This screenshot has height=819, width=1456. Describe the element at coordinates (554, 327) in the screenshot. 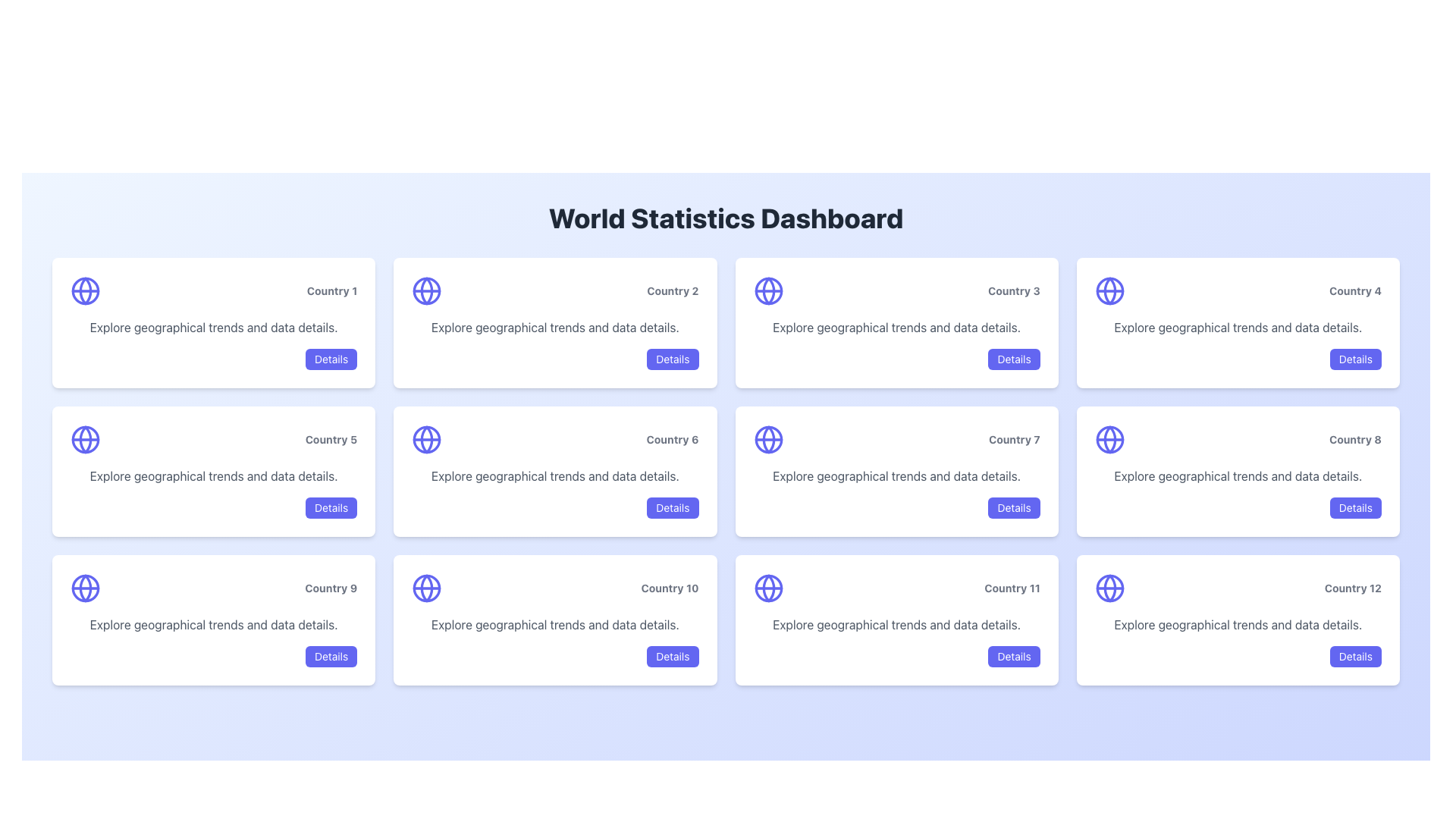

I see `descriptive text from the Text Label in the second card of the second row, which provides information about exploring trends and data details related to 'Country 2'` at that location.